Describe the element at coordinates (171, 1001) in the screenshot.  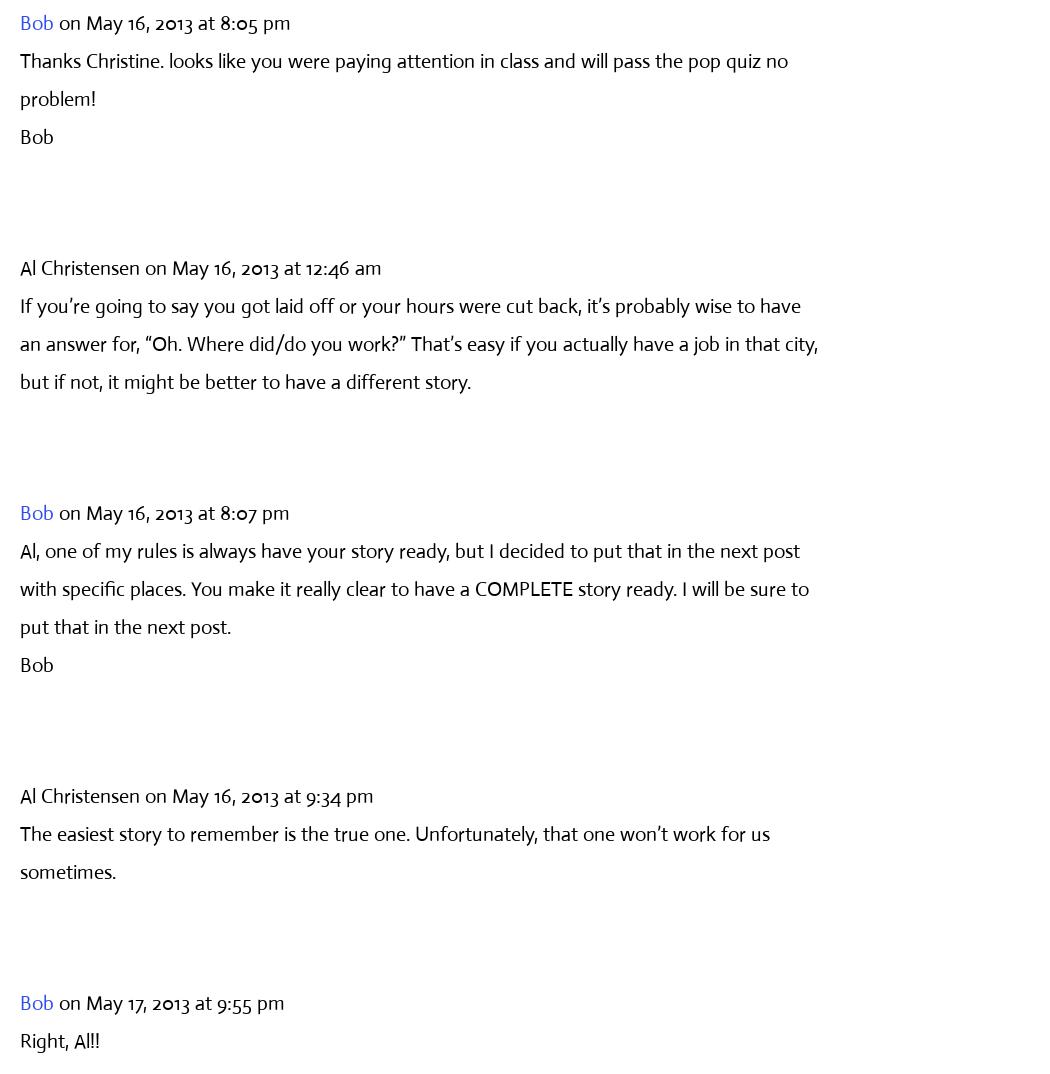
I see `'on May 17, 2013 at 9:55 pm'` at that location.